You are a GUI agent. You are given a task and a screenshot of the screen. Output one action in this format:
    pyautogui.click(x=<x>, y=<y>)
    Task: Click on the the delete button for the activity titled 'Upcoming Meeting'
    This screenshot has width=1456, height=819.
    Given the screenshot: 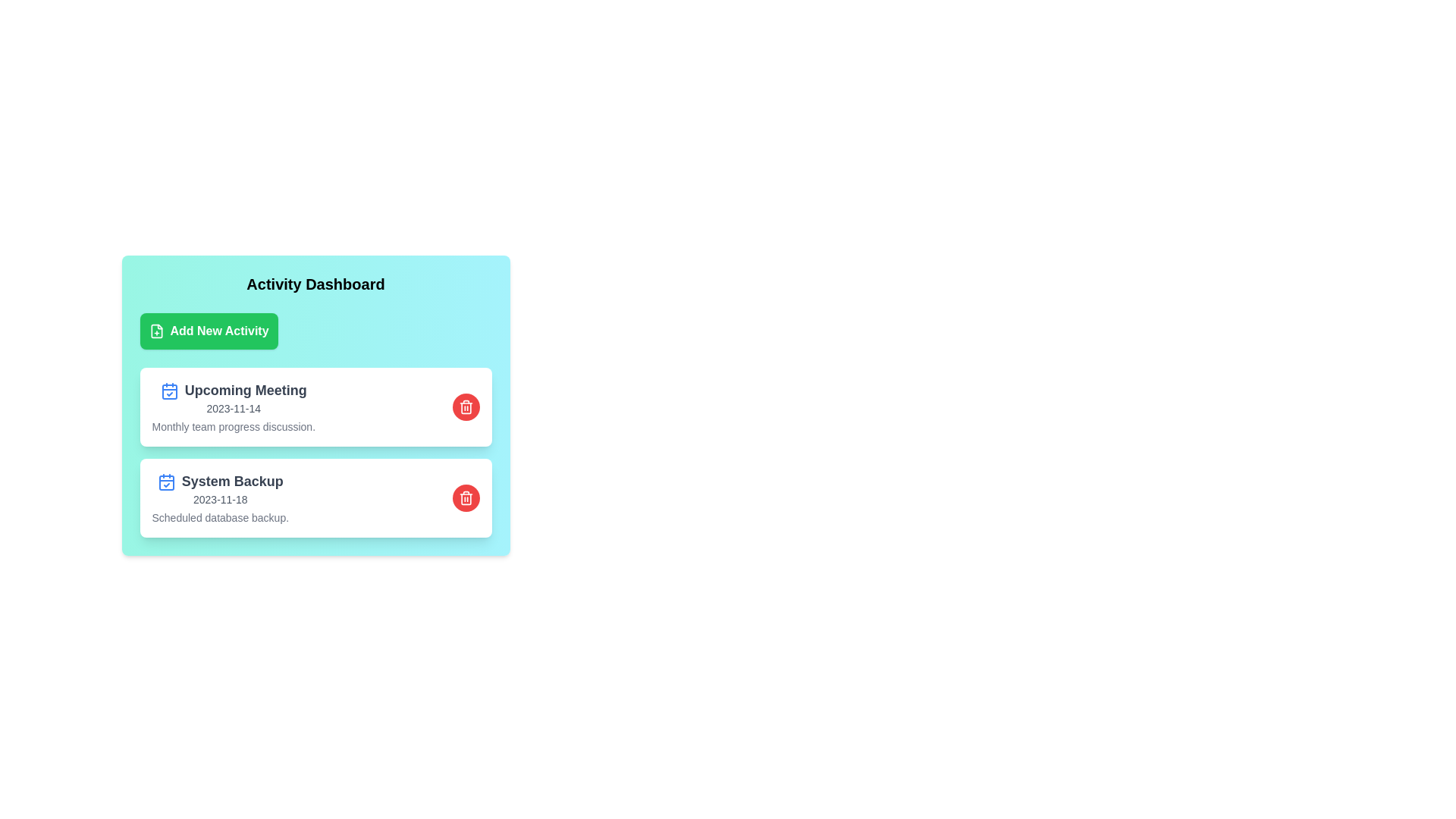 What is the action you would take?
    pyautogui.click(x=465, y=406)
    